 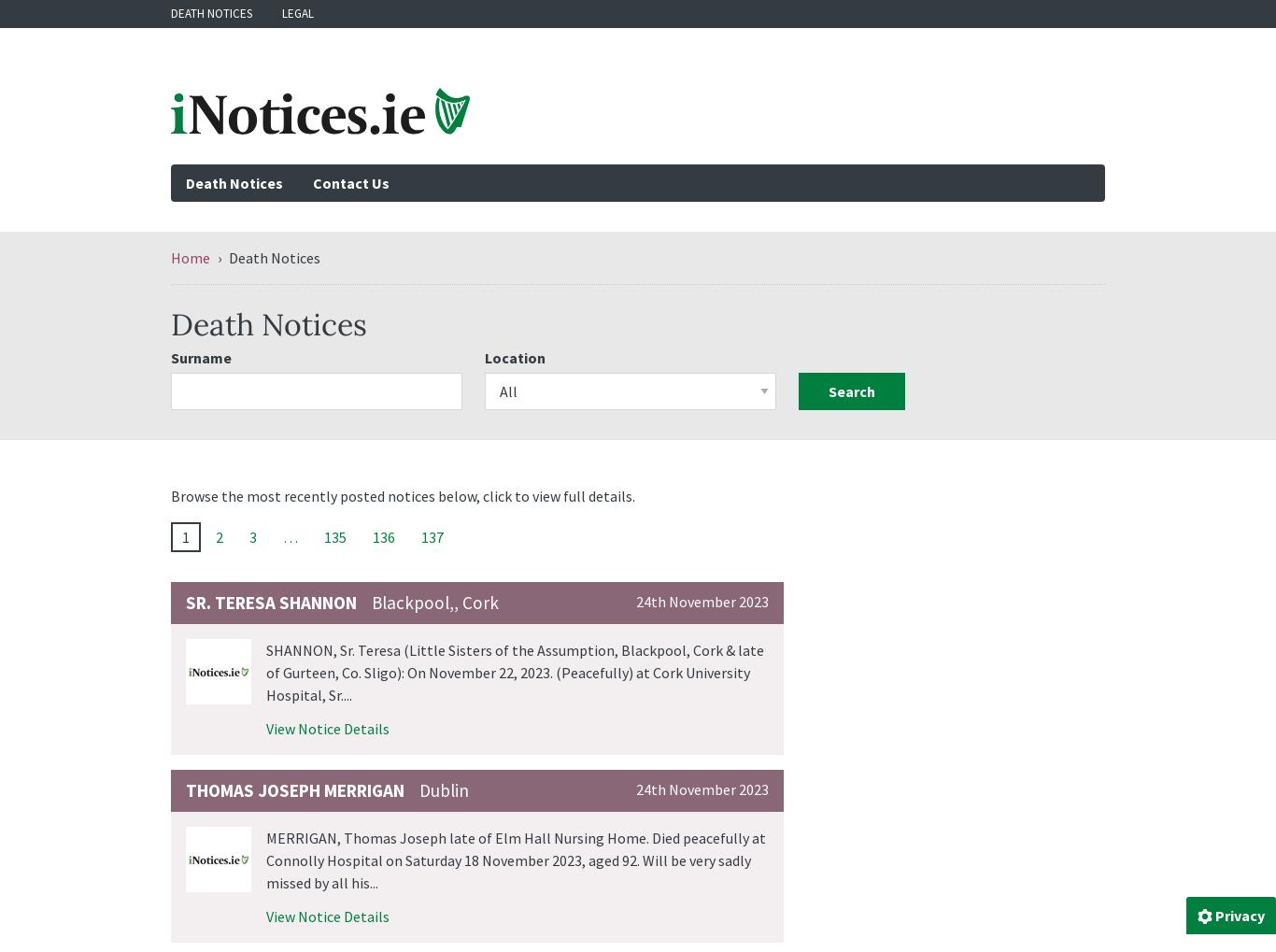 What do you see at coordinates (1239, 915) in the screenshot?
I see `'Privacy'` at bounding box center [1239, 915].